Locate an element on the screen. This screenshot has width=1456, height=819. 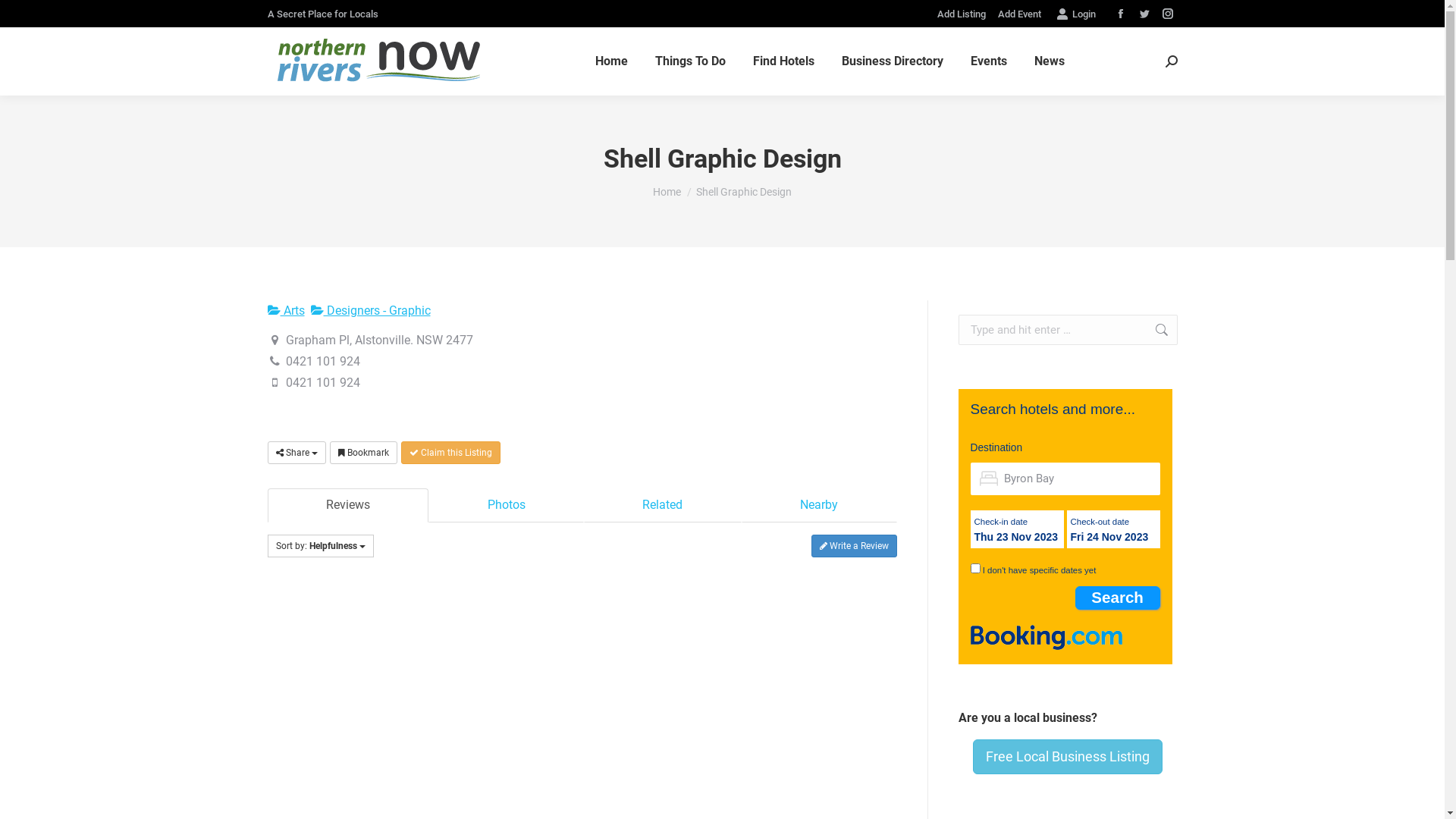
'Facebook page opens in new window' is located at coordinates (1110, 14).